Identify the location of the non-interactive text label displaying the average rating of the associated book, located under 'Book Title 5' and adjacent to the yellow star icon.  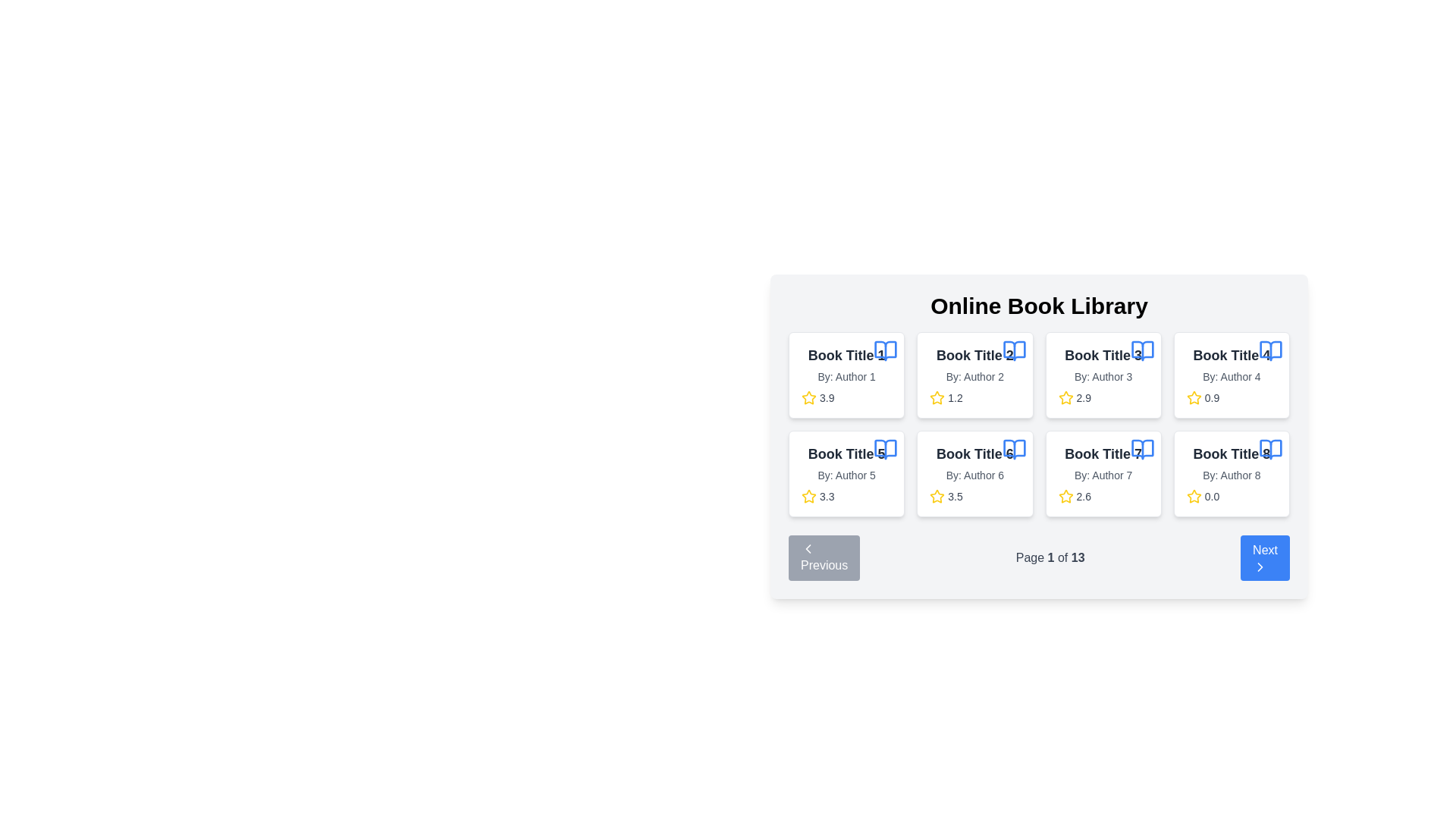
(826, 497).